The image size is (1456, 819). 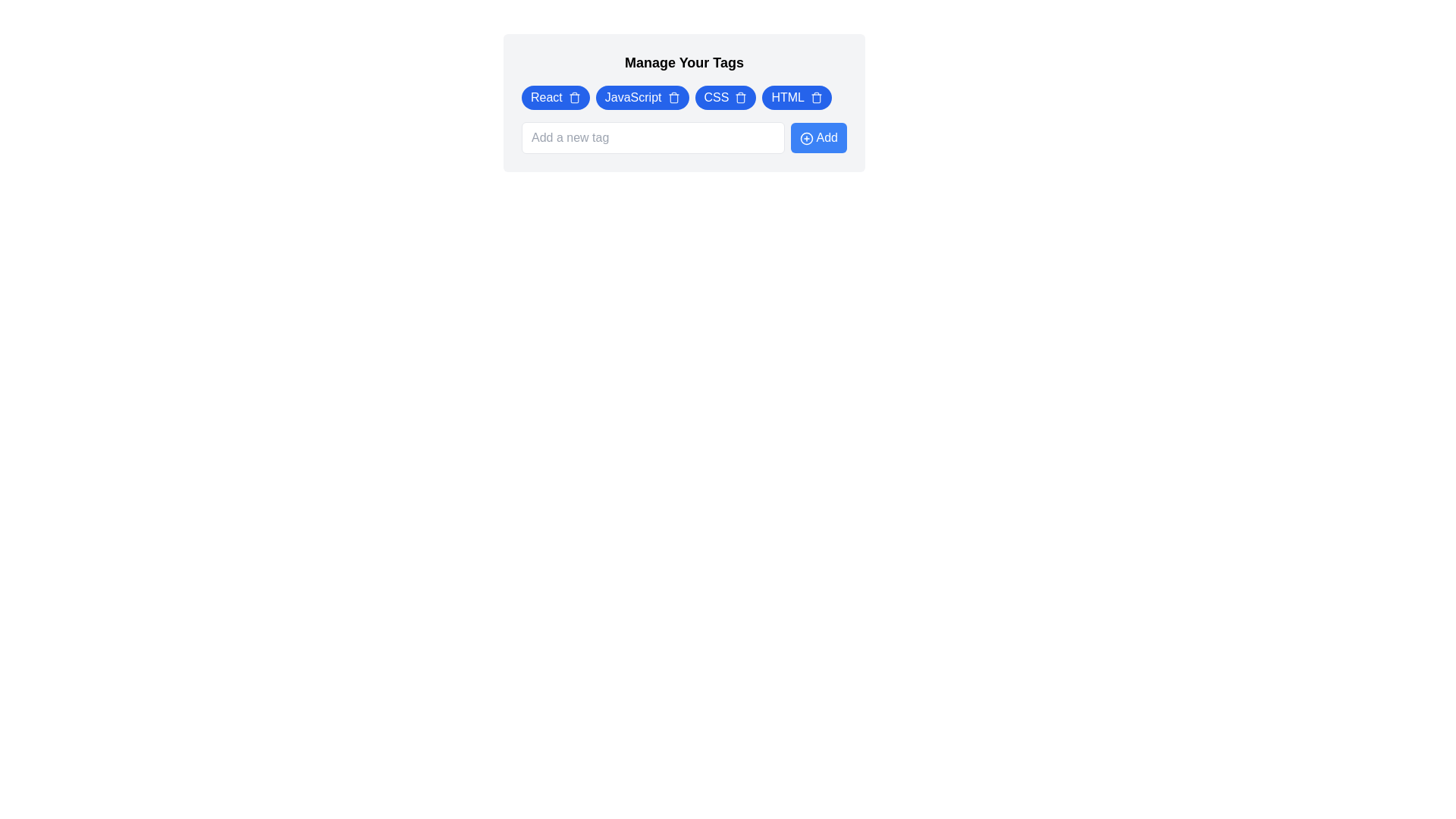 I want to click on the 'Add' button with a blue background and a circular plus icon, so click(x=818, y=137).